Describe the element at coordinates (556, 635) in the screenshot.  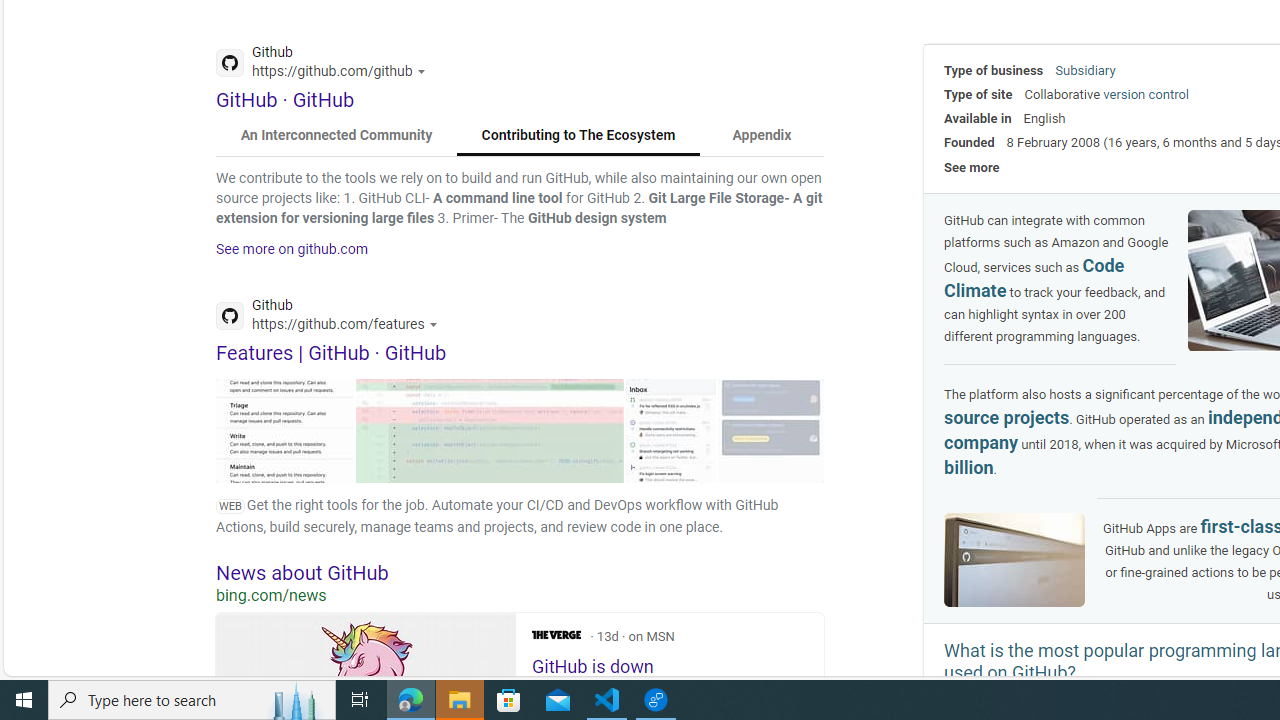
I see `'The Verge on MSN.com'` at that location.